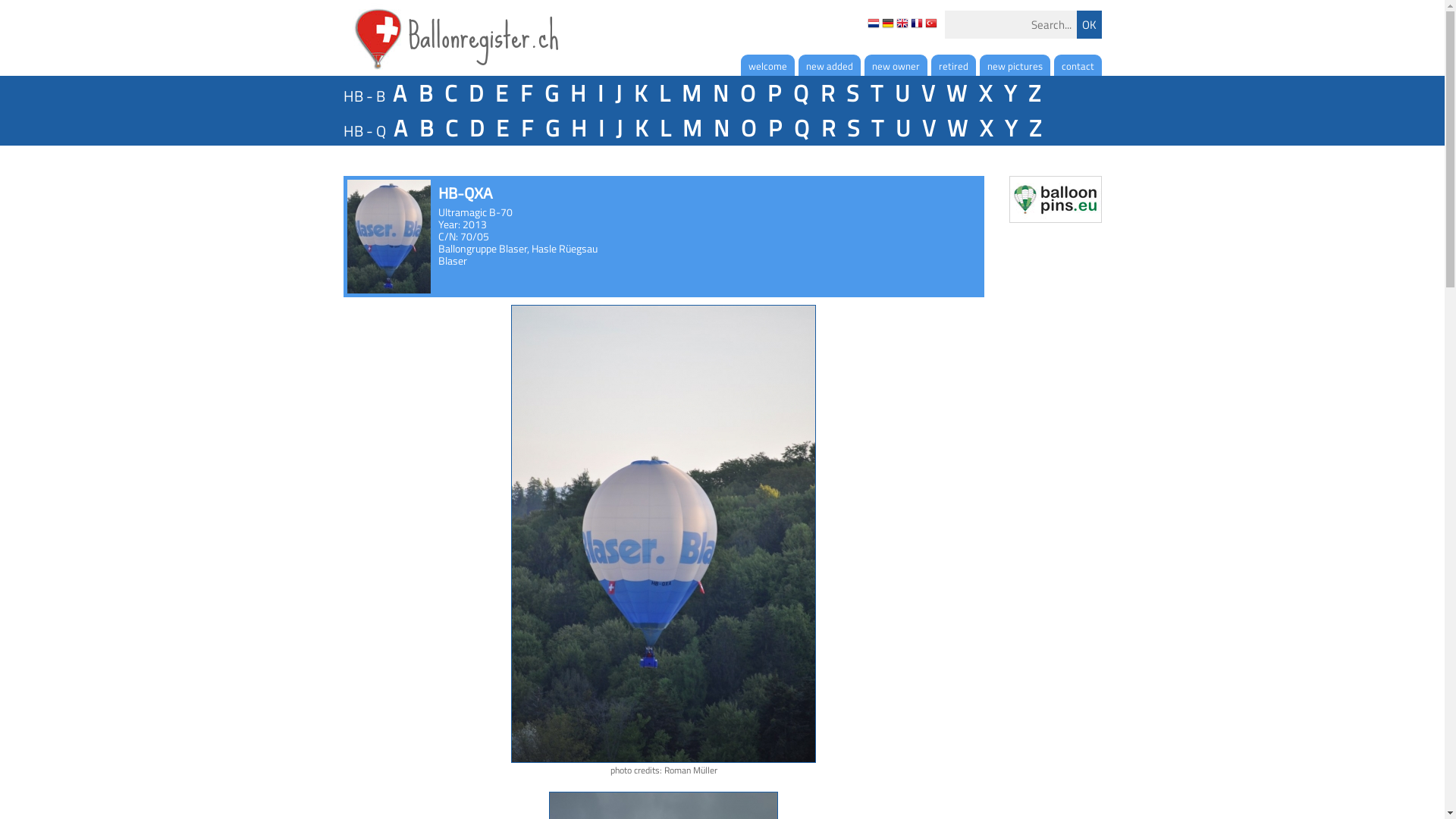 The width and height of the screenshot is (1456, 819). What do you see at coordinates (629, 127) in the screenshot?
I see `'K'` at bounding box center [629, 127].